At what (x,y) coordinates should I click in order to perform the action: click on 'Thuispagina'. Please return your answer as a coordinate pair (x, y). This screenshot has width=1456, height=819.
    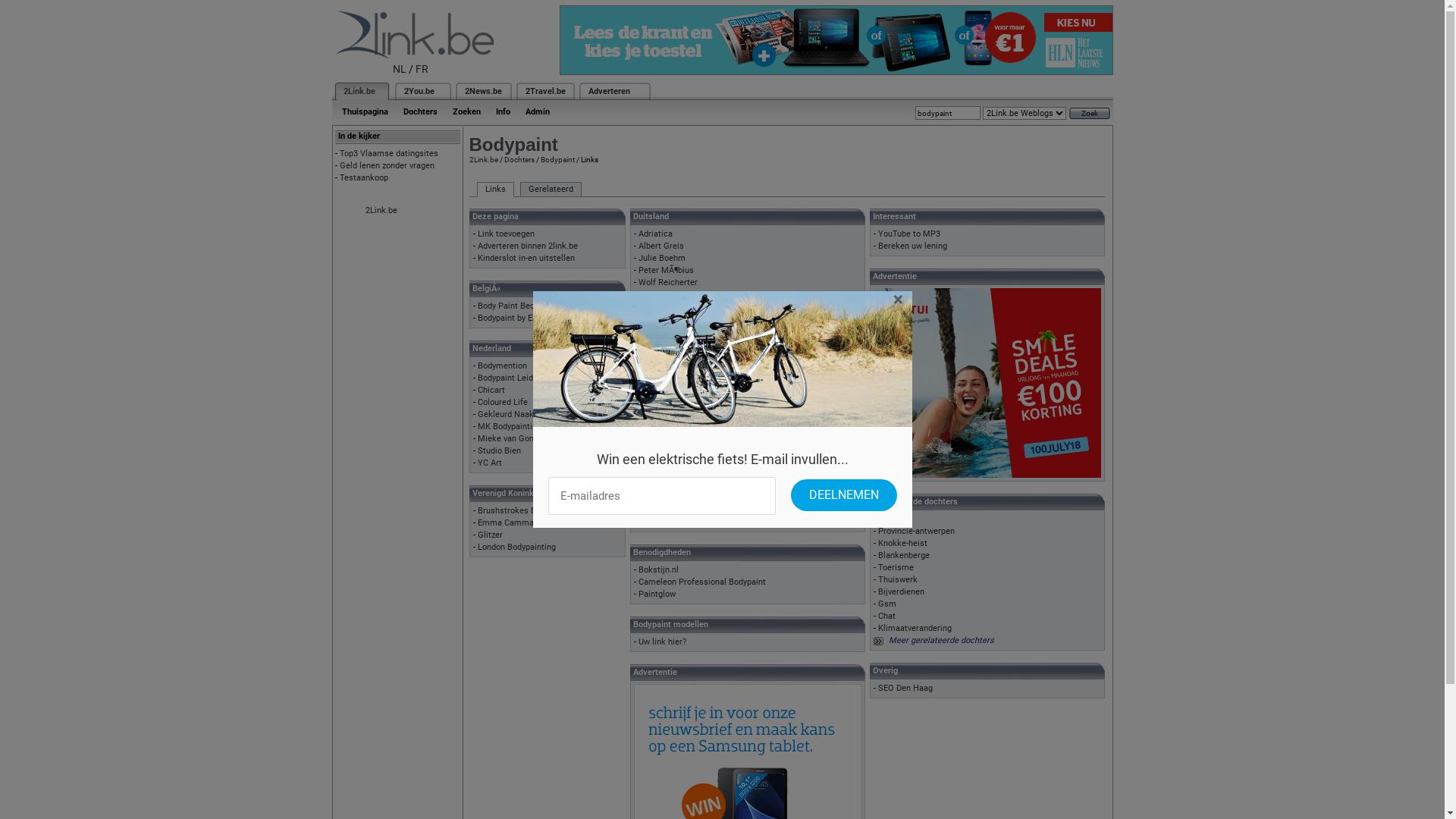
    Looking at the image, I should click on (364, 111).